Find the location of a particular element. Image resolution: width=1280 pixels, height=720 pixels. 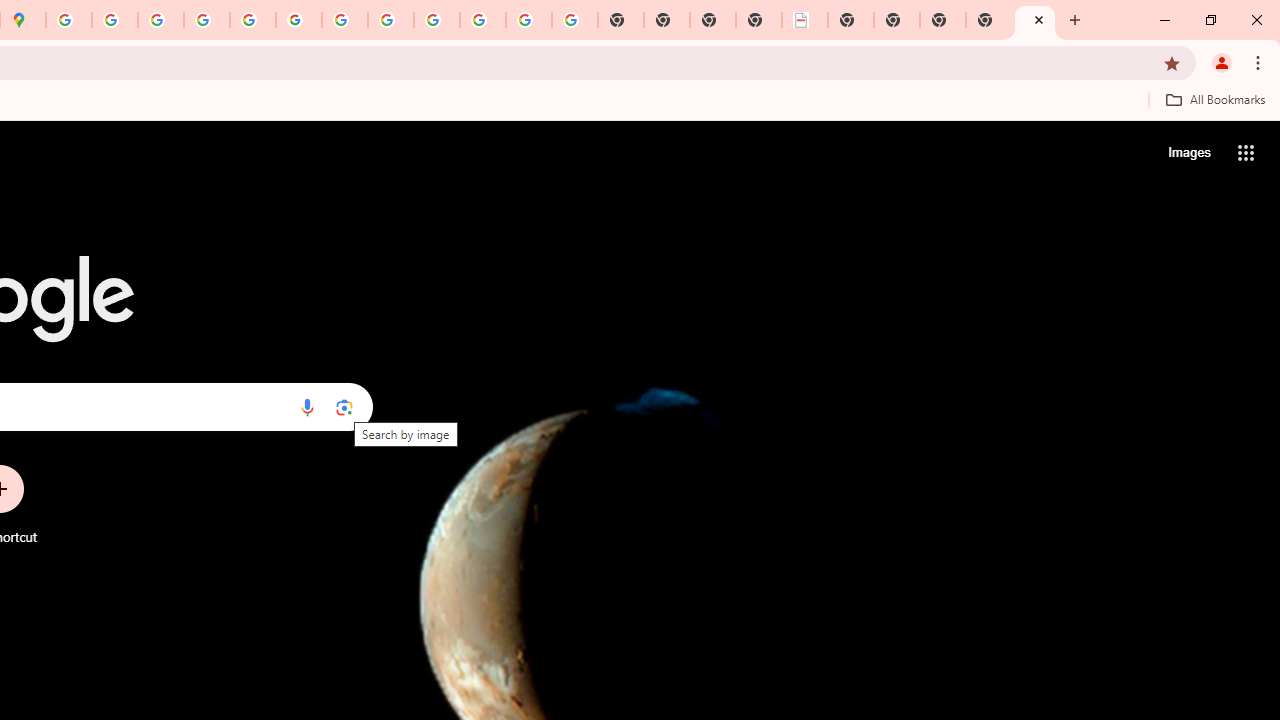

'Search for Images ' is located at coordinates (1189, 152).